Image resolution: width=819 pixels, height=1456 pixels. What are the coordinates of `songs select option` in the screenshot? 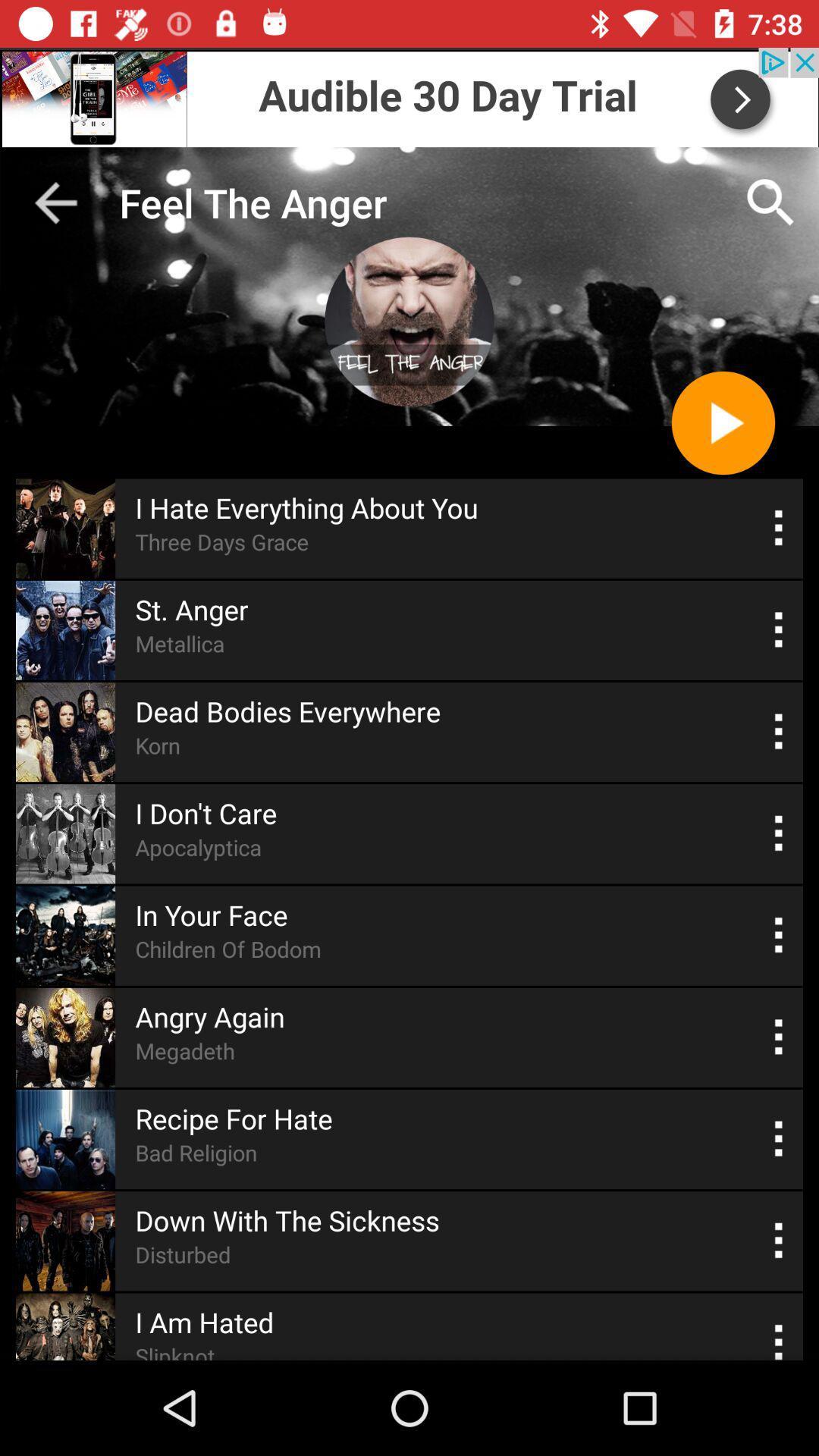 It's located at (779, 1339).